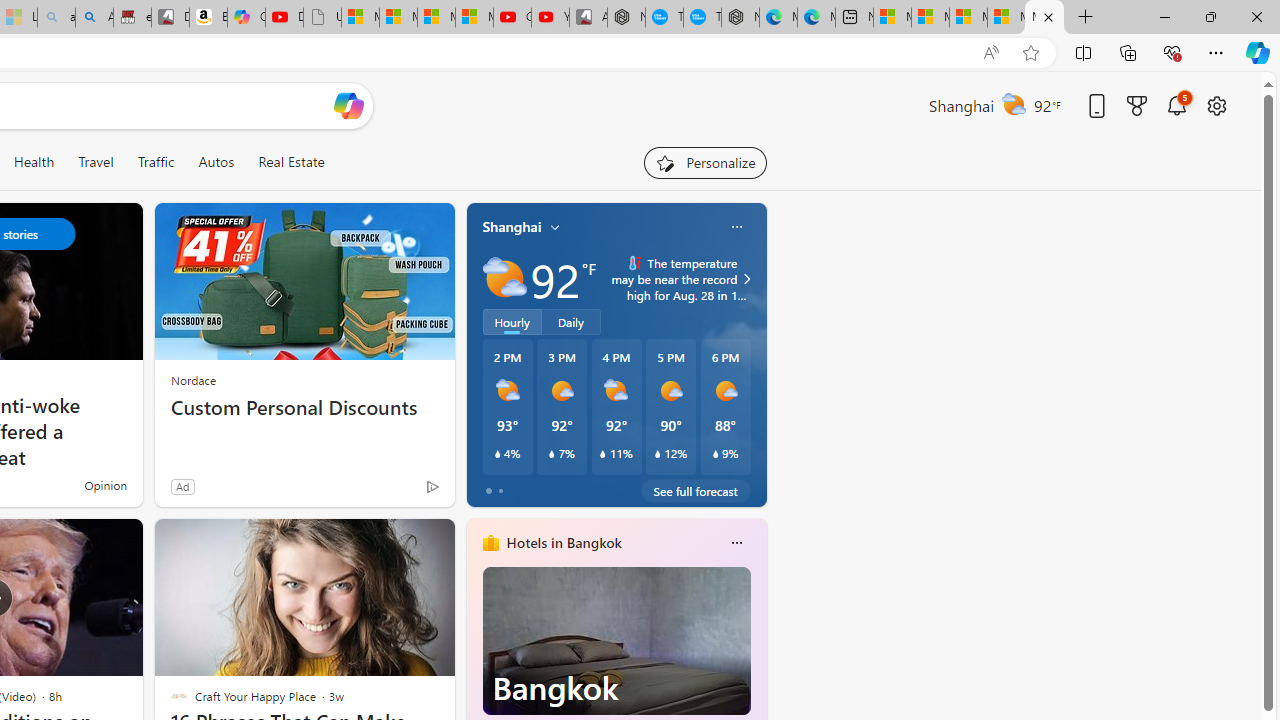 The height and width of the screenshot is (720, 1280). What do you see at coordinates (290, 161) in the screenshot?
I see `'Real Estate'` at bounding box center [290, 161].